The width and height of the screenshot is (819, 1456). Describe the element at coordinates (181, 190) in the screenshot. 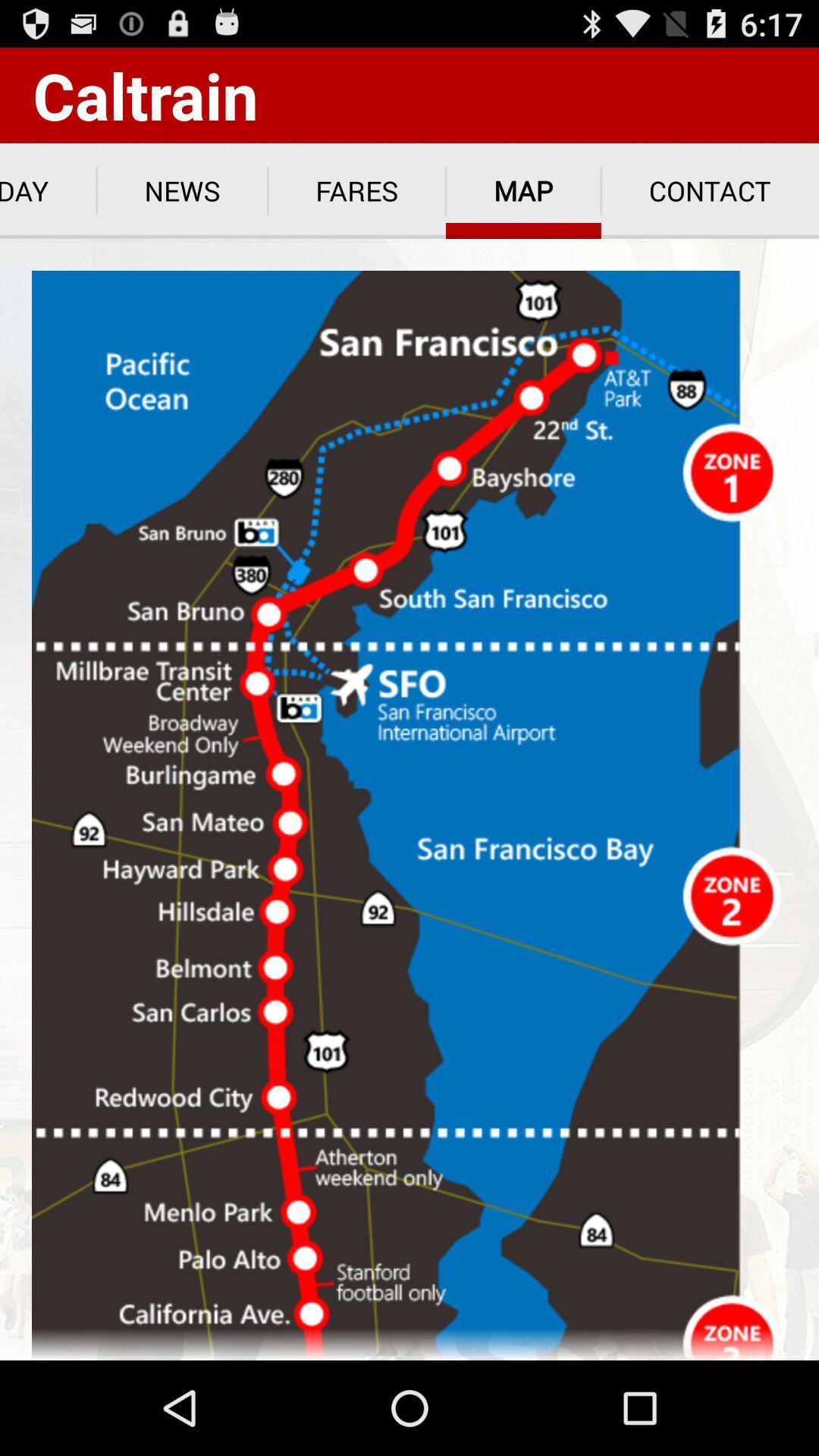

I see `the icon to the right of today` at that location.